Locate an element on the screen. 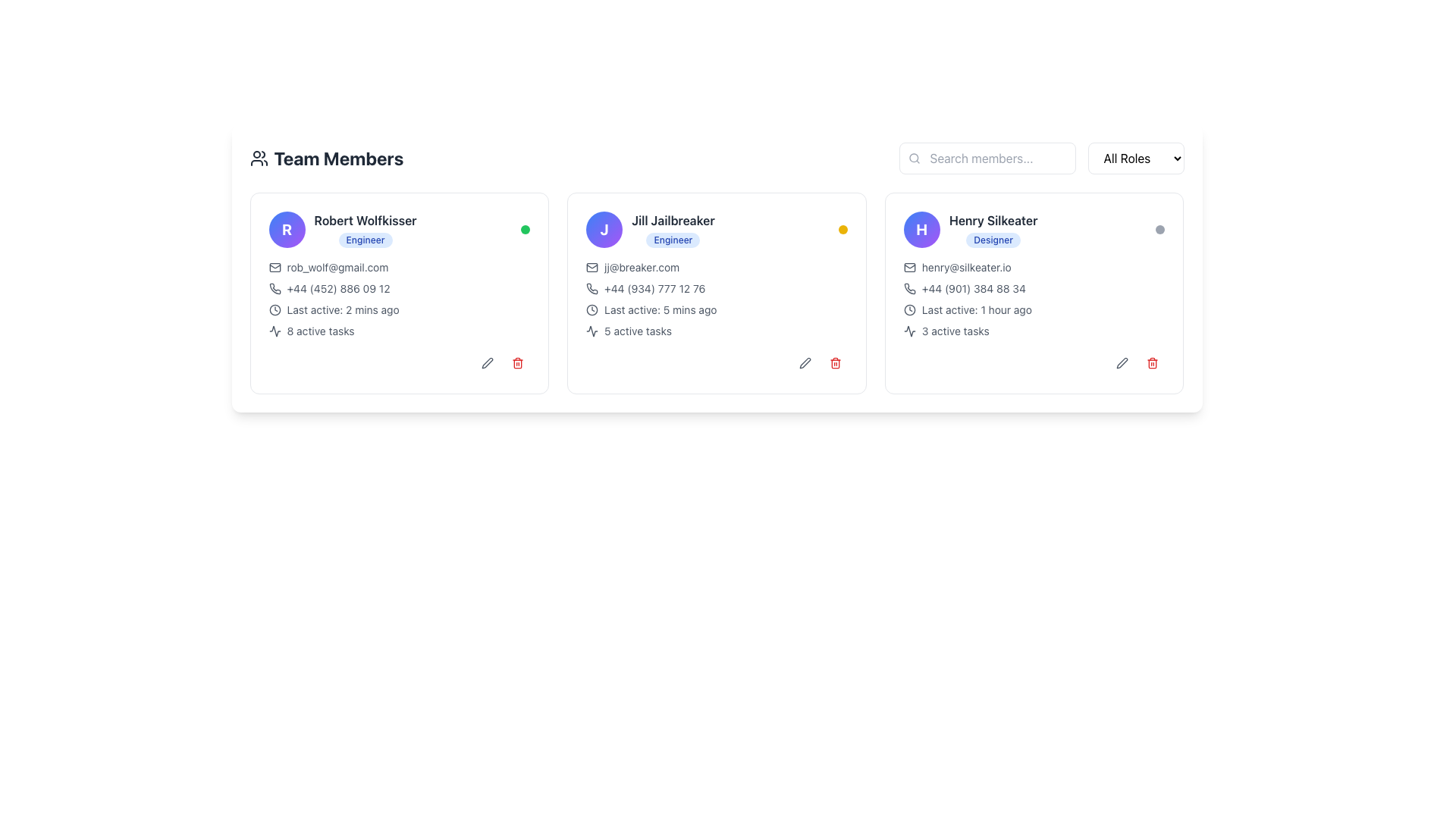 This screenshot has height=819, width=1456. the SVG icon of a phone receiver located in the contact details row of the second team member card is located at coordinates (591, 289).